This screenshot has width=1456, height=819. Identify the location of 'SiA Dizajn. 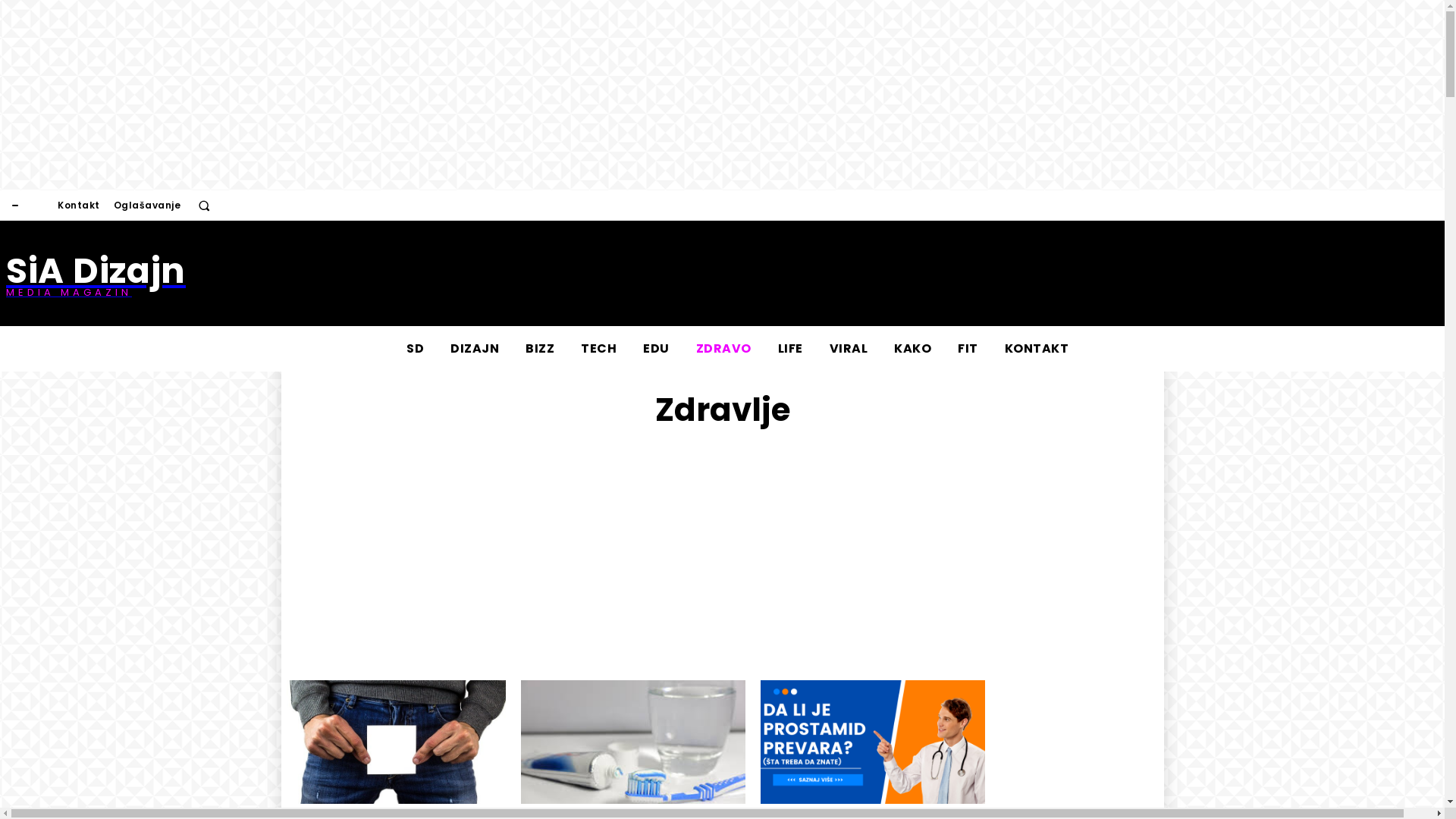
(95, 273).